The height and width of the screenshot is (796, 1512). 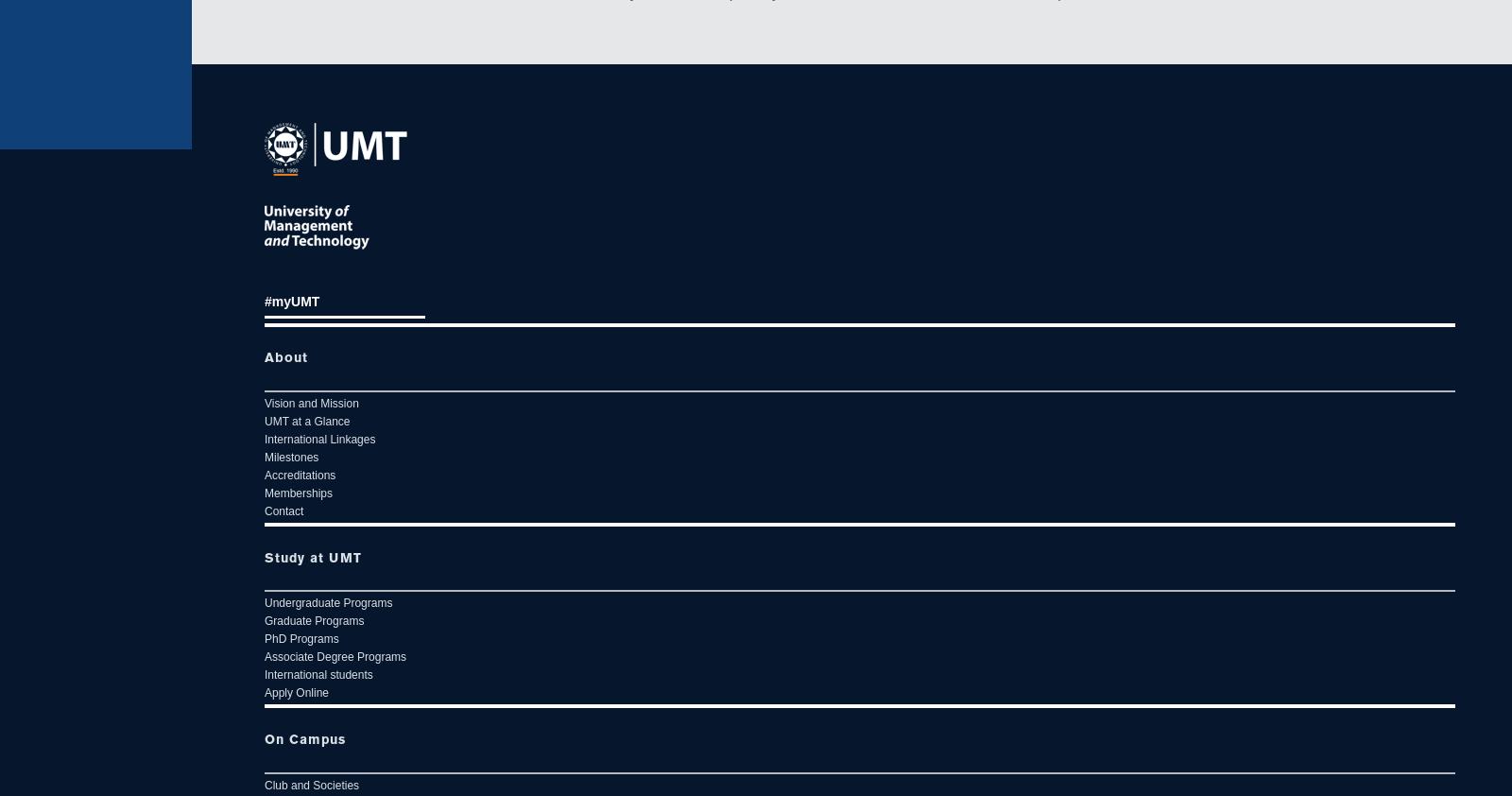 What do you see at coordinates (300, 474) in the screenshot?
I see `'Accreditations'` at bounding box center [300, 474].